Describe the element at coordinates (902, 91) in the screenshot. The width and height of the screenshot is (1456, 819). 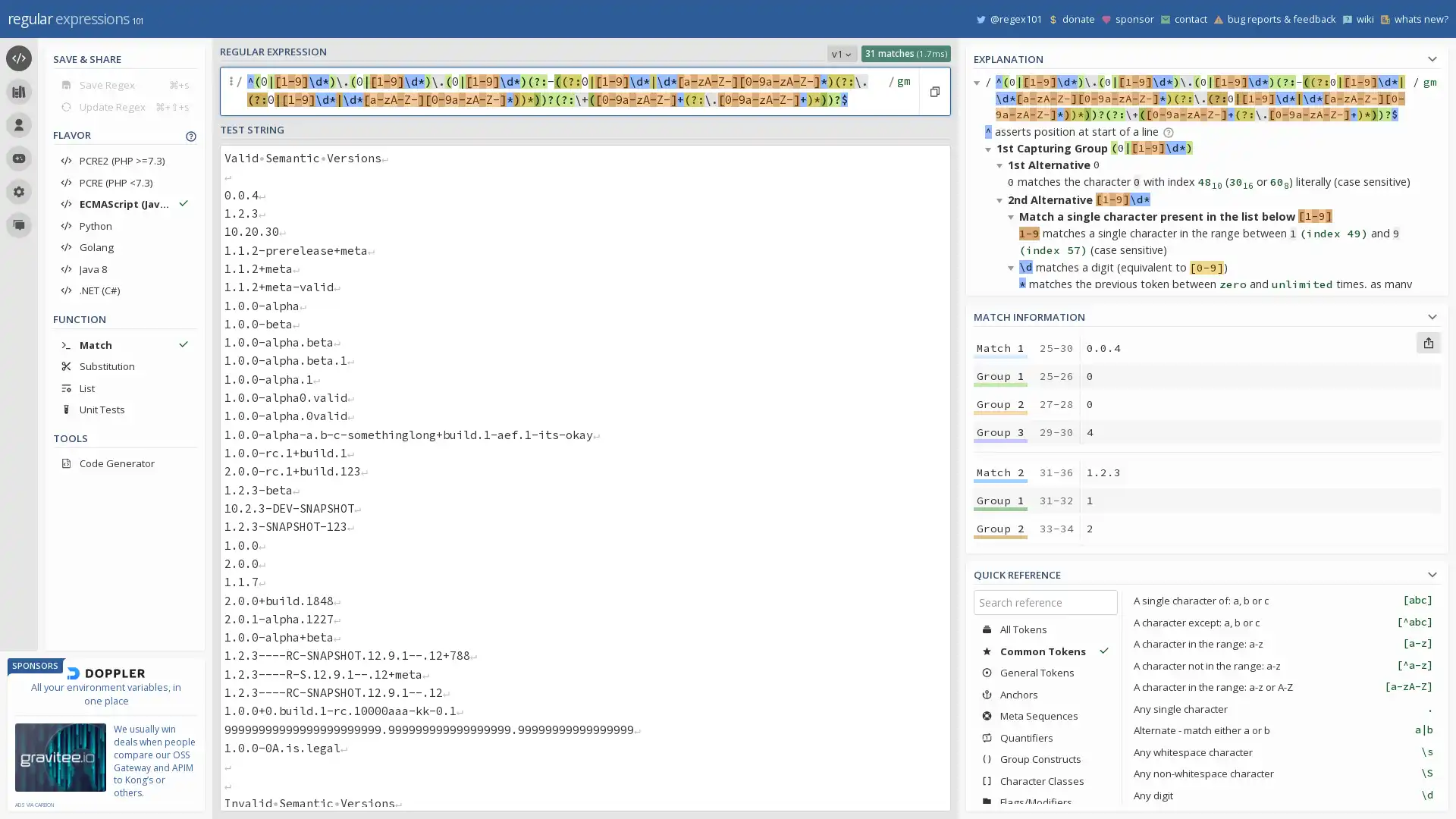
I see `Set Regex Options` at that location.